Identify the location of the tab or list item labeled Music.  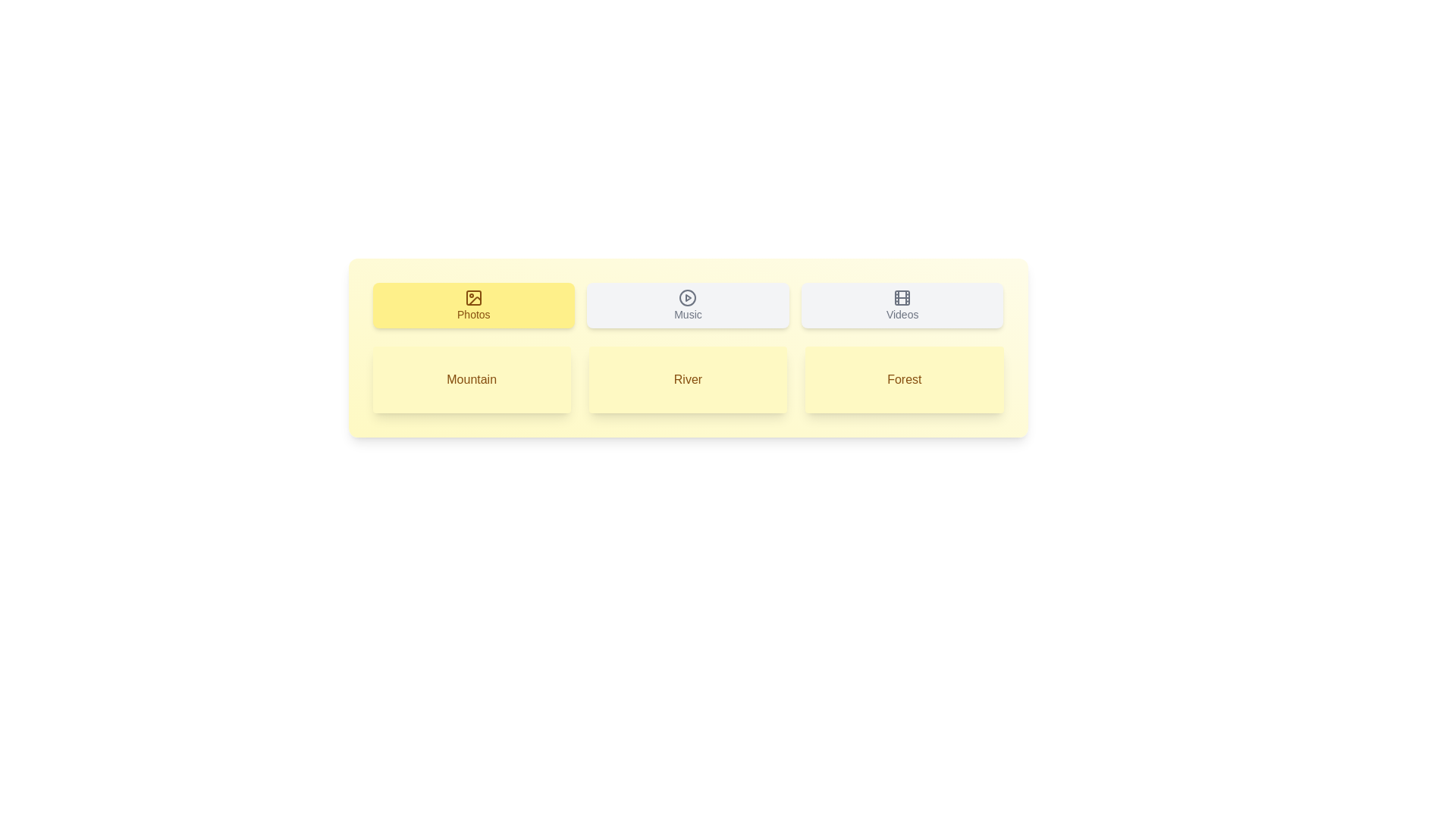
(687, 305).